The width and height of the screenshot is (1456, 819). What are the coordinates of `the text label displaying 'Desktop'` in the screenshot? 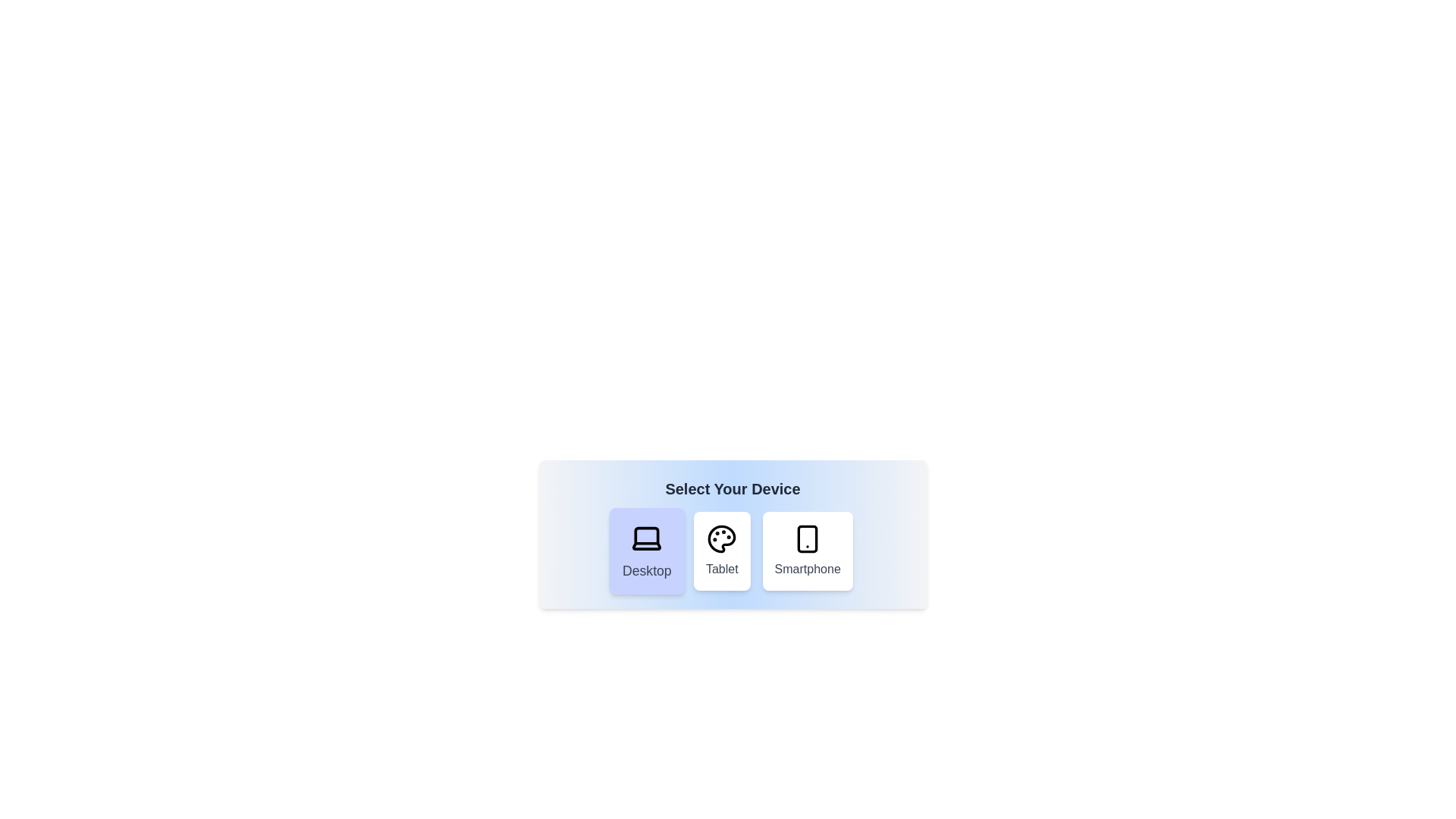 It's located at (647, 571).